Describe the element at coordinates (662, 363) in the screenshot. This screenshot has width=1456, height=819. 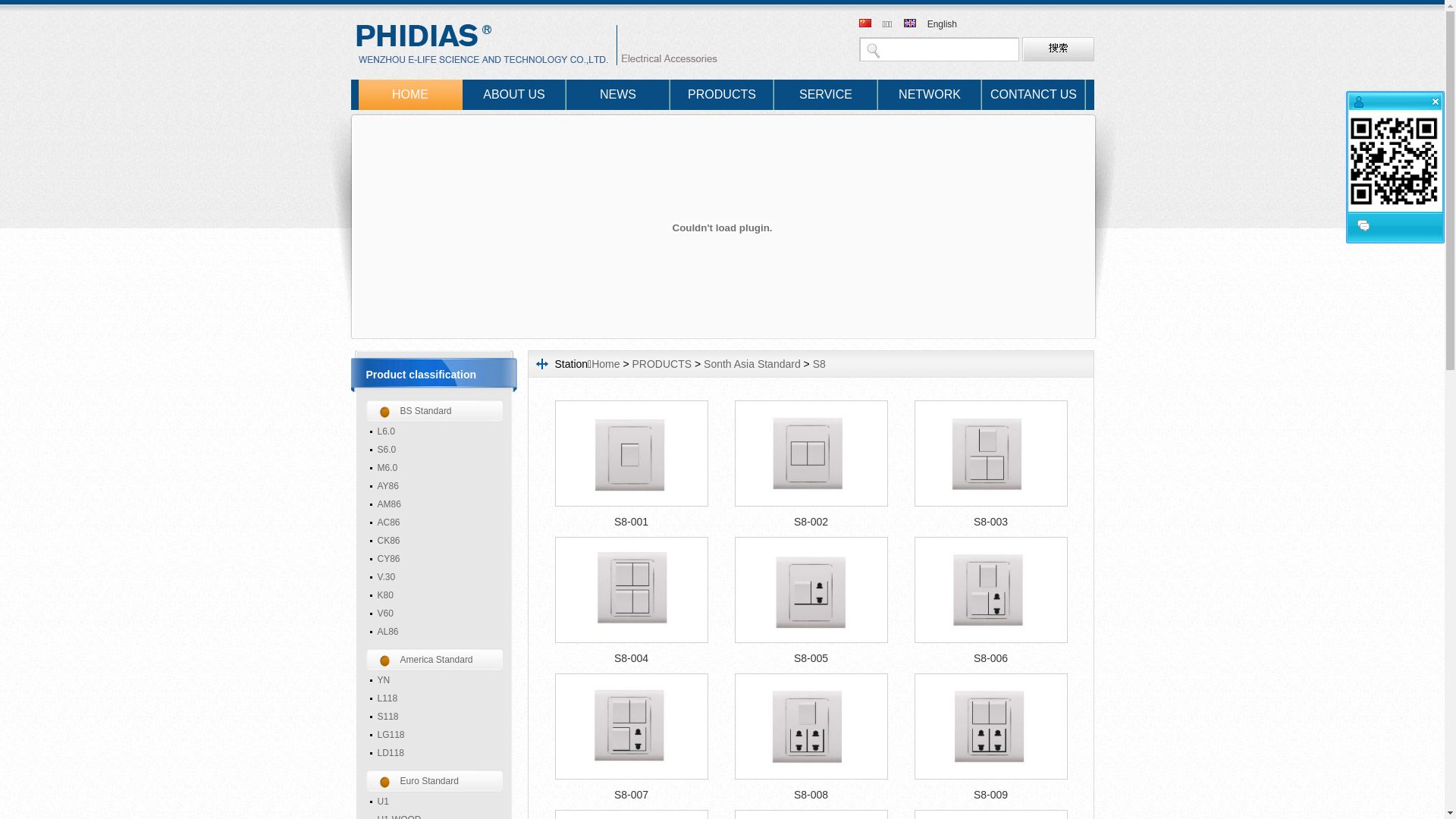
I see `'PRODUCTS'` at that location.